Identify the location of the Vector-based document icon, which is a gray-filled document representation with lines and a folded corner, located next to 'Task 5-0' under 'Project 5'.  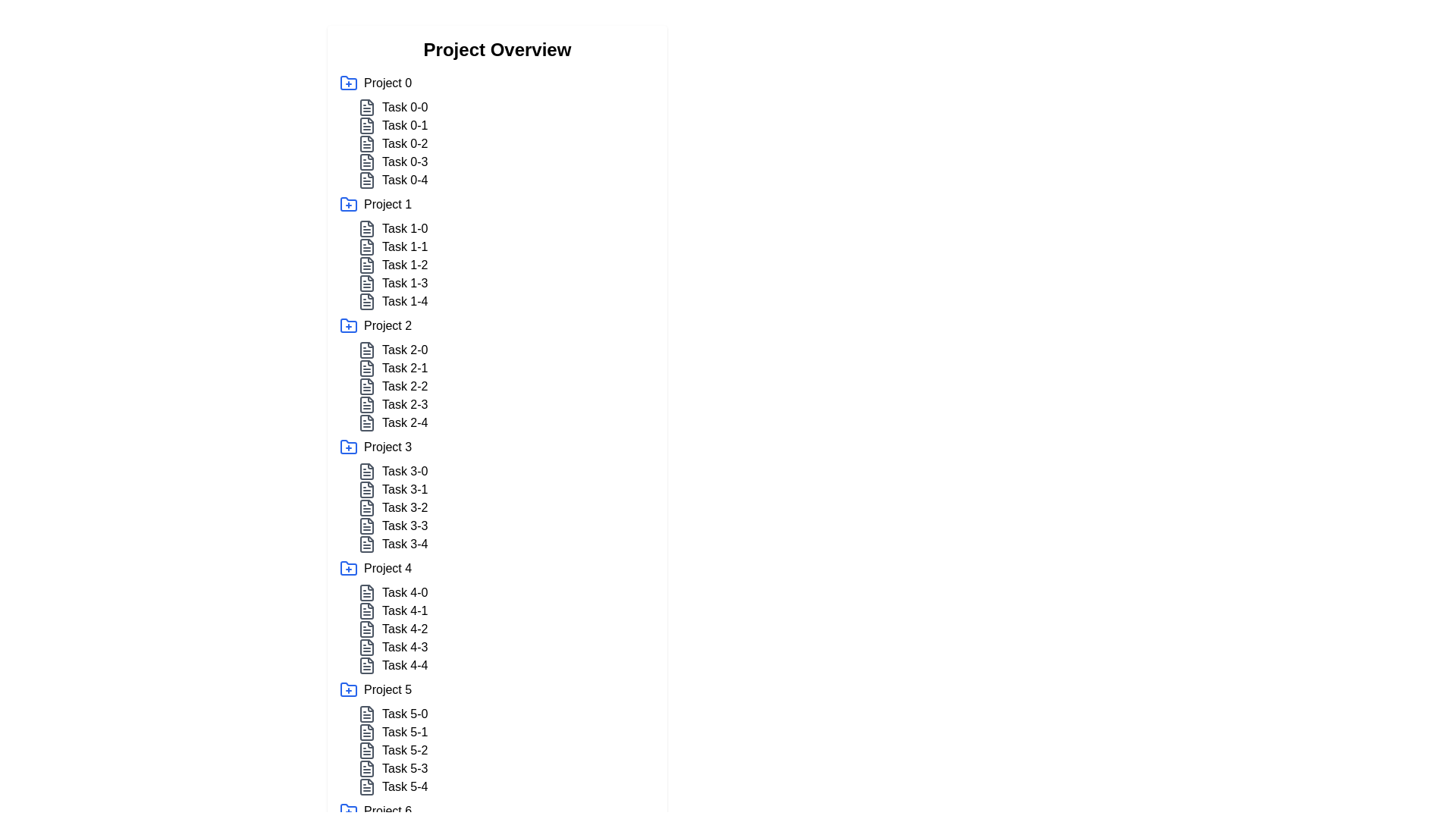
(367, 714).